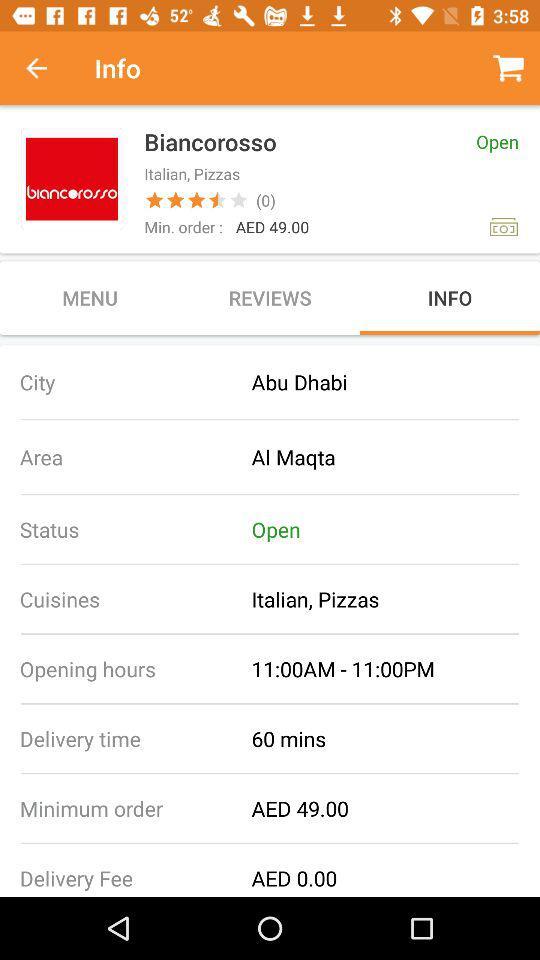 The height and width of the screenshot is (960, 540). I want to click on al maqta icon, so click(395, 457).